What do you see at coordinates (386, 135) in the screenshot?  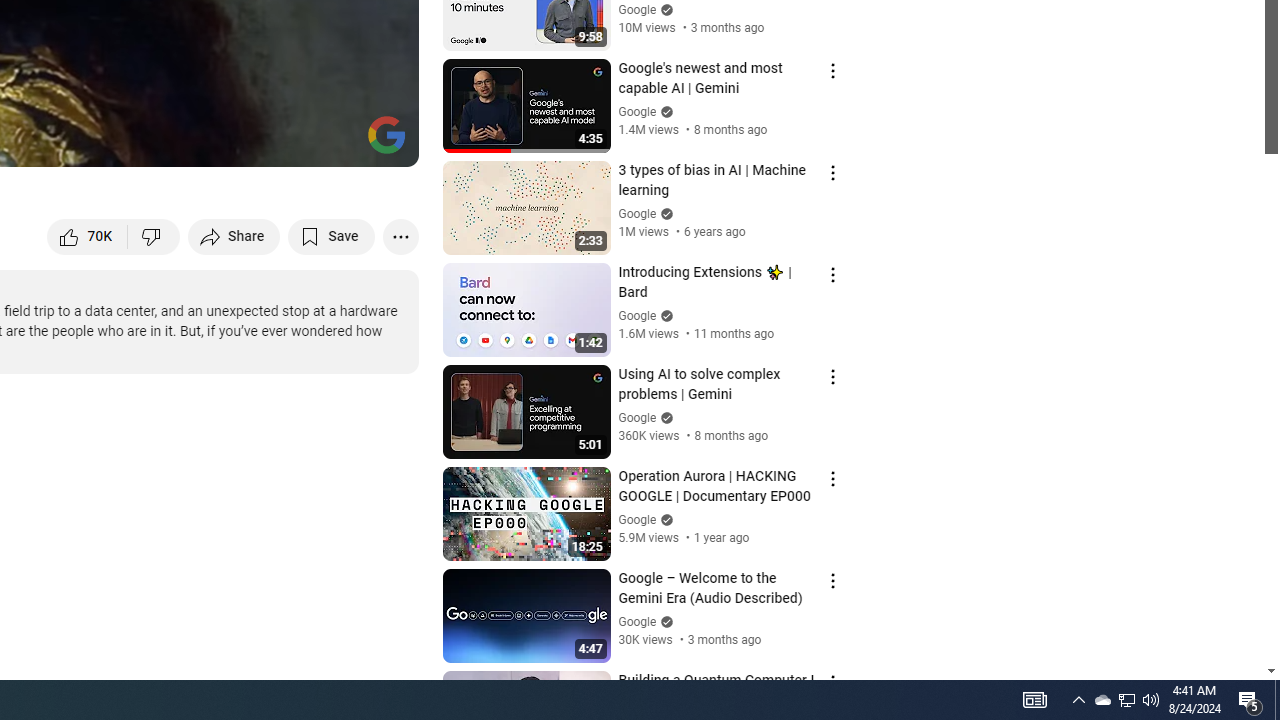 I see `'Channel watermark'` at bounding box center [386, 135].